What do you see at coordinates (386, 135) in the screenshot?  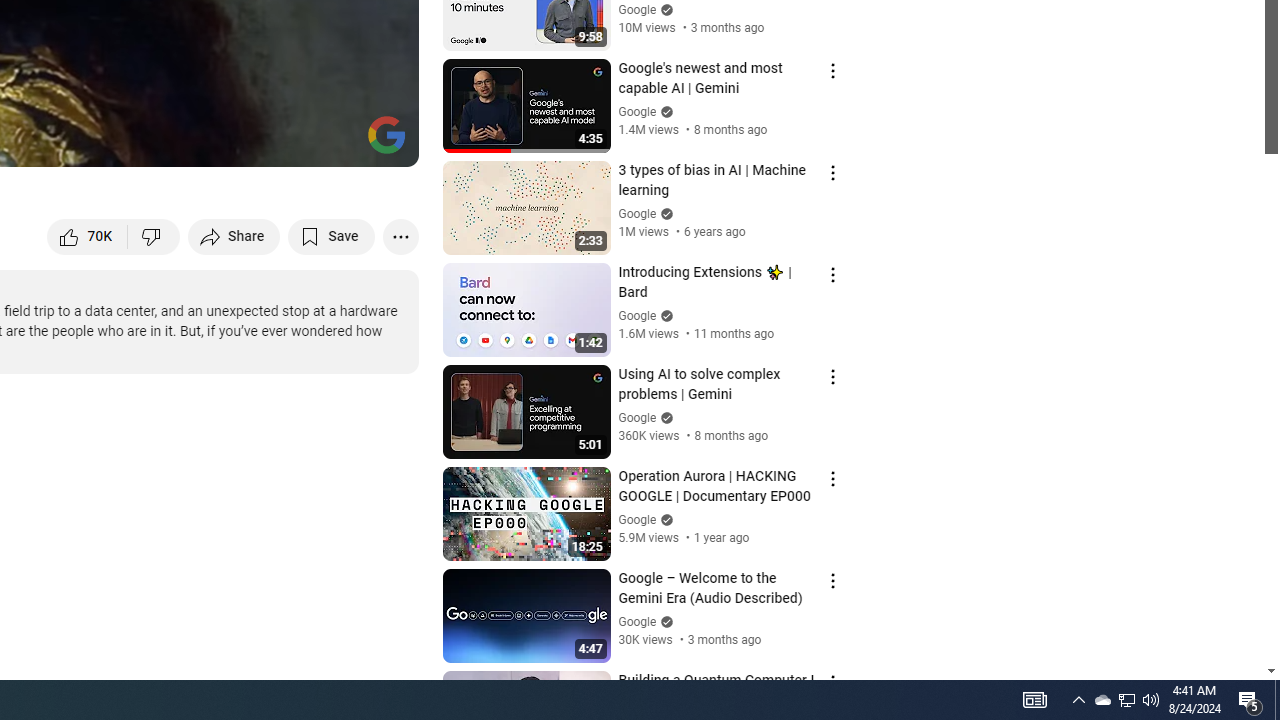 I see `'Channel watermark'` at bounding box center [386, 135].